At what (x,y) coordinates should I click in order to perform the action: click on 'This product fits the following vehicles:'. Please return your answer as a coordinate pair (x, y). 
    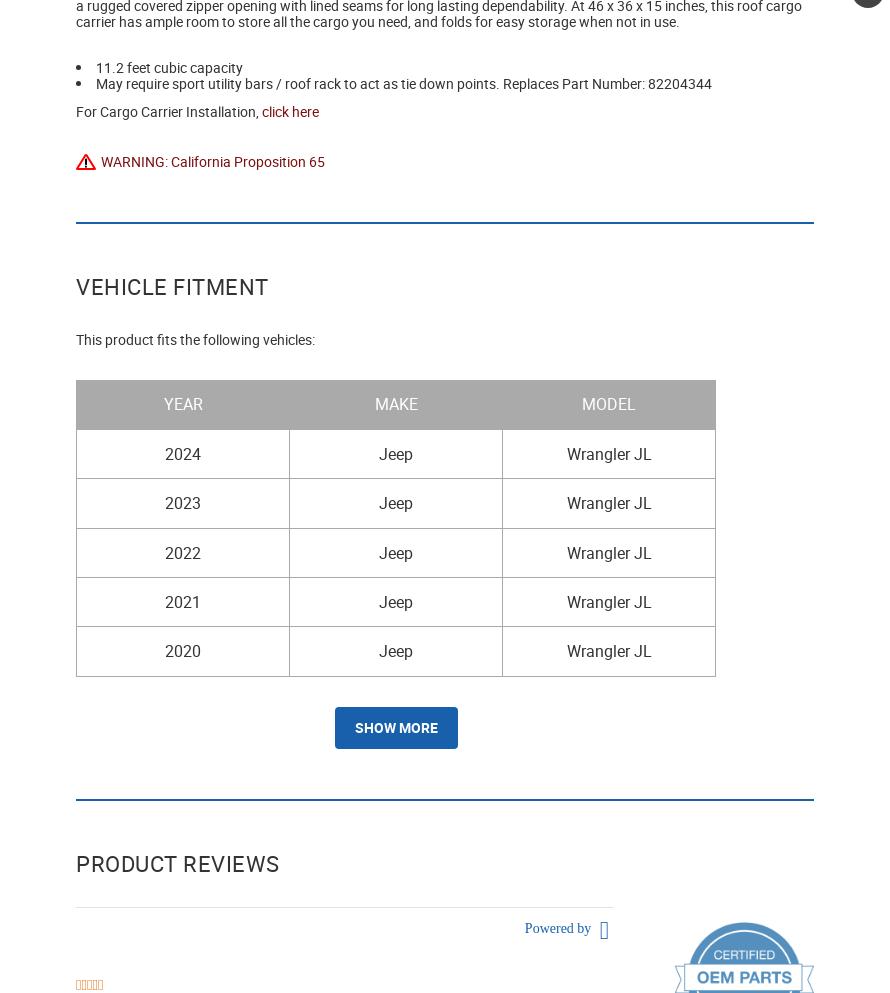
    Looking at the image, I should click on (75, 338).